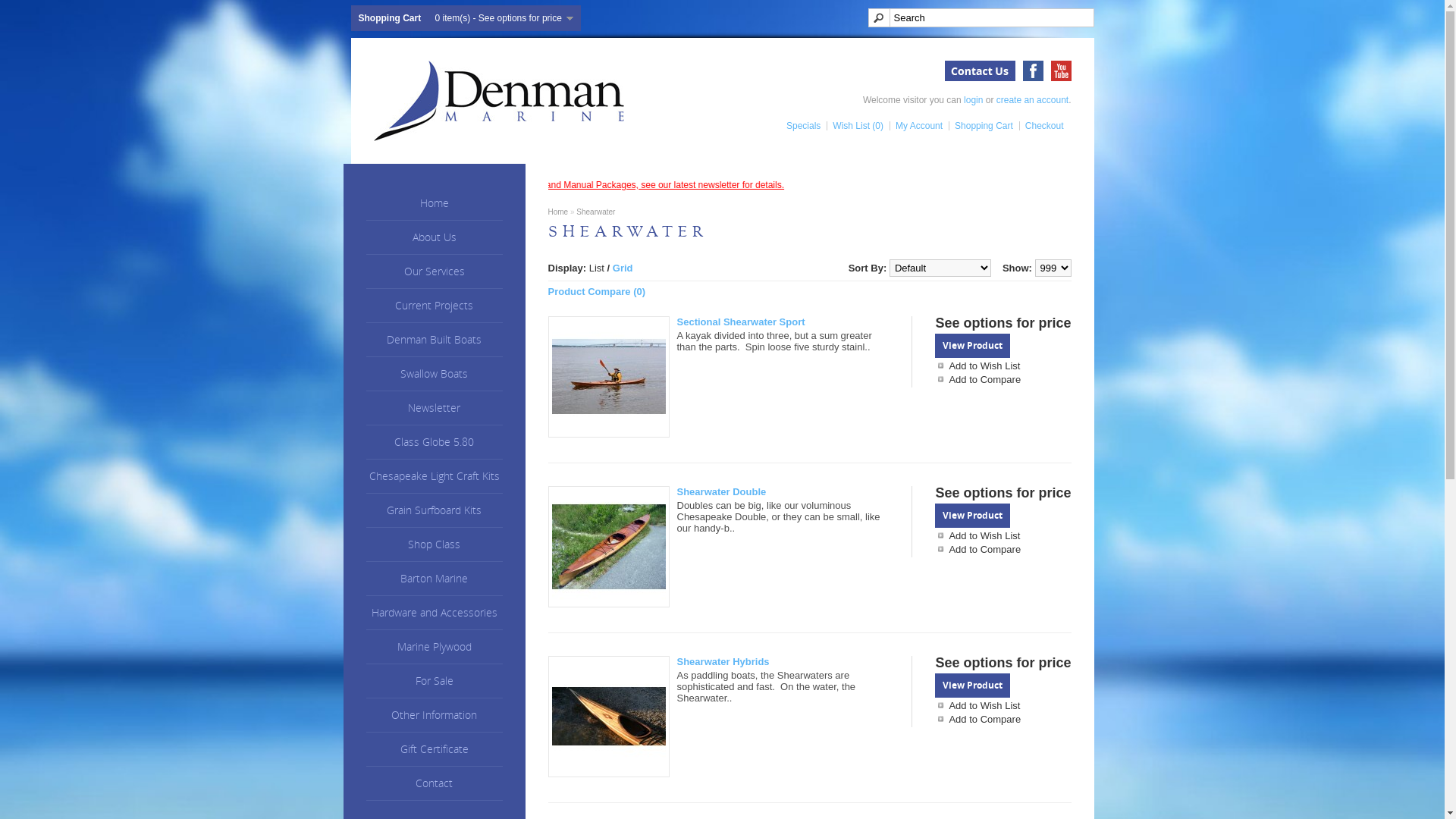 This screenshot has height=819, width=1456. Describe the element at coordinates (595, 212) in the screenshot. I see `'Shearwater'` at that location.